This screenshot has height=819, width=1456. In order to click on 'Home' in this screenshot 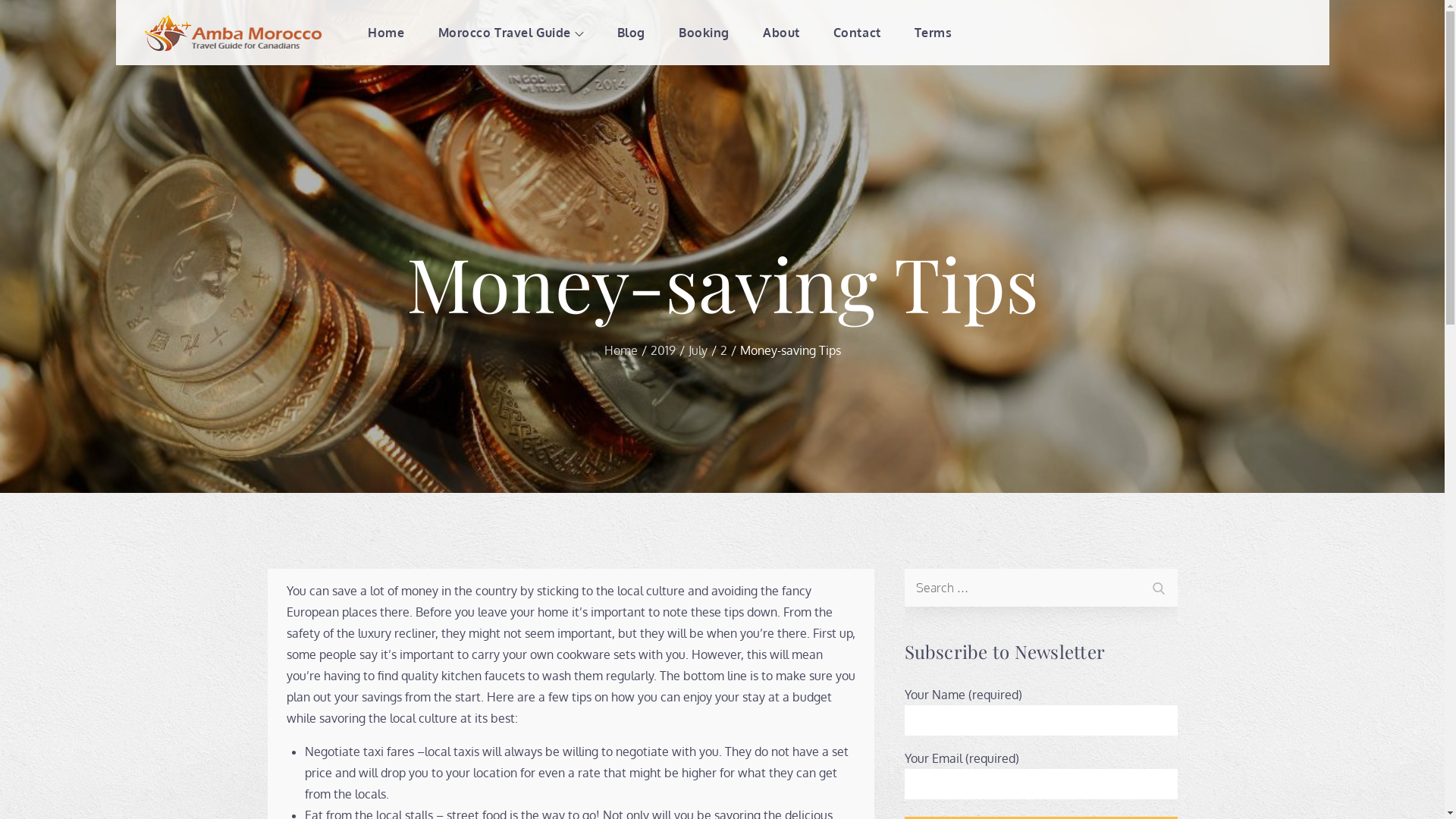, I will do `click(385, 32)`.